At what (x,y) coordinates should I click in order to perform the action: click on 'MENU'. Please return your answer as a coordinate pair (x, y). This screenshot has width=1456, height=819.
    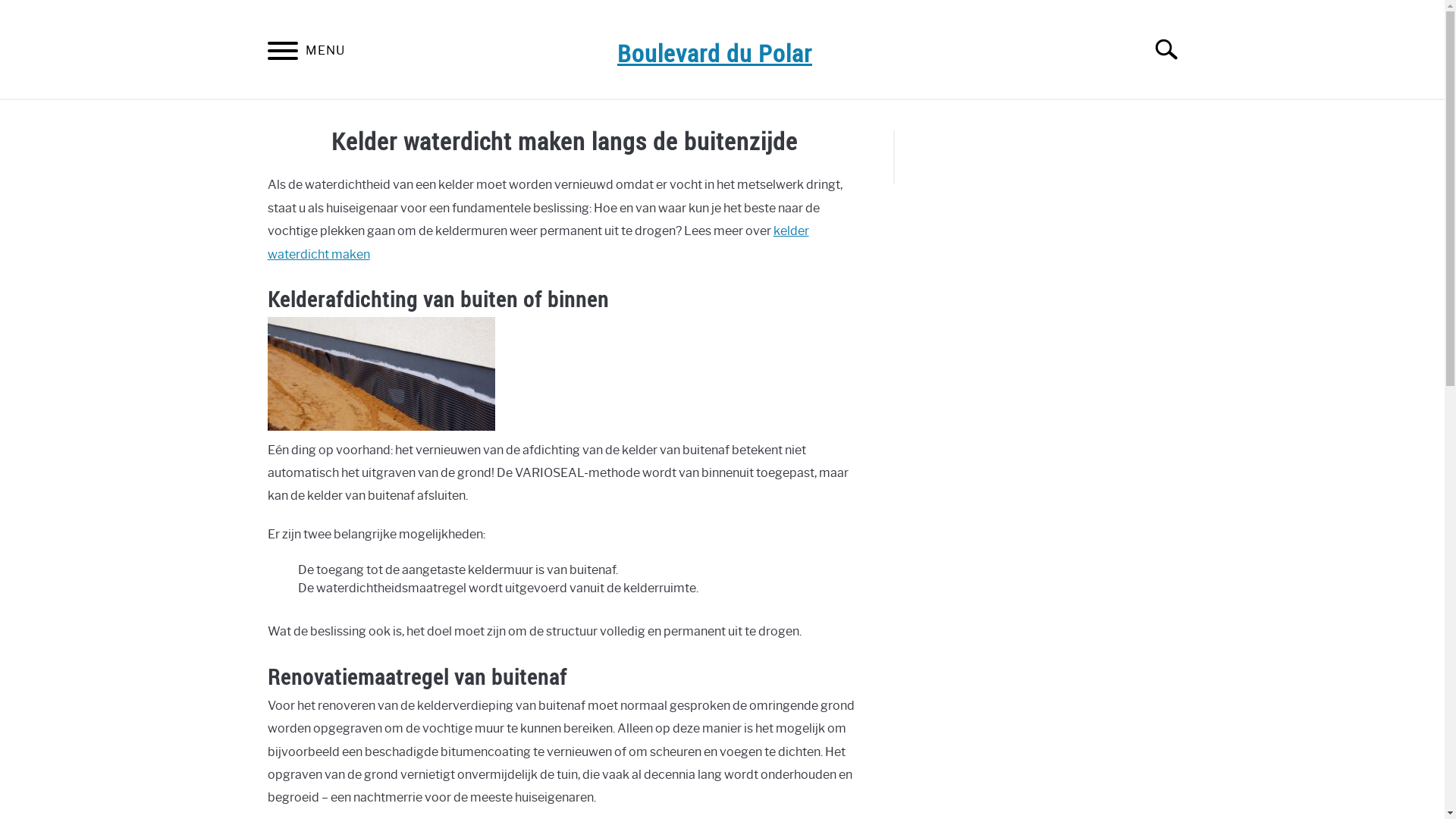
    Looking at the image, I should click on (281, 52).